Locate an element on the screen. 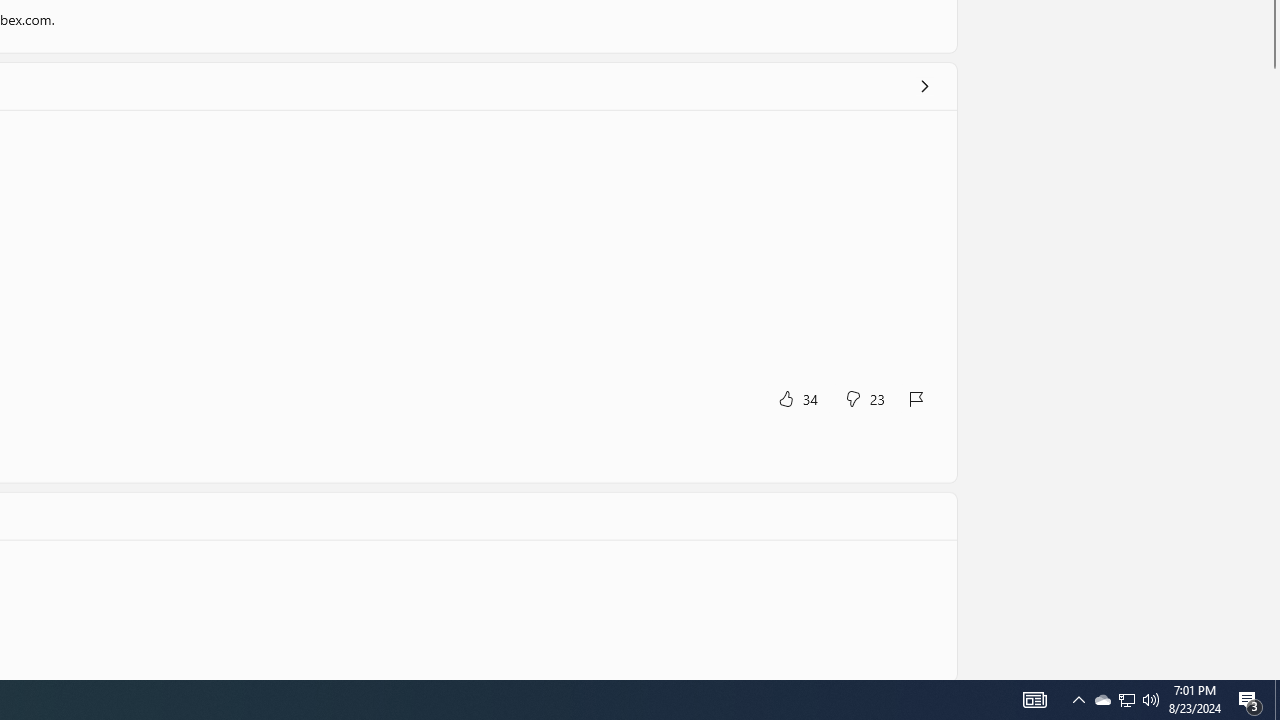 This screenshot has height=720, width=1280. 'Report review' is located at coordinates (916, 398).